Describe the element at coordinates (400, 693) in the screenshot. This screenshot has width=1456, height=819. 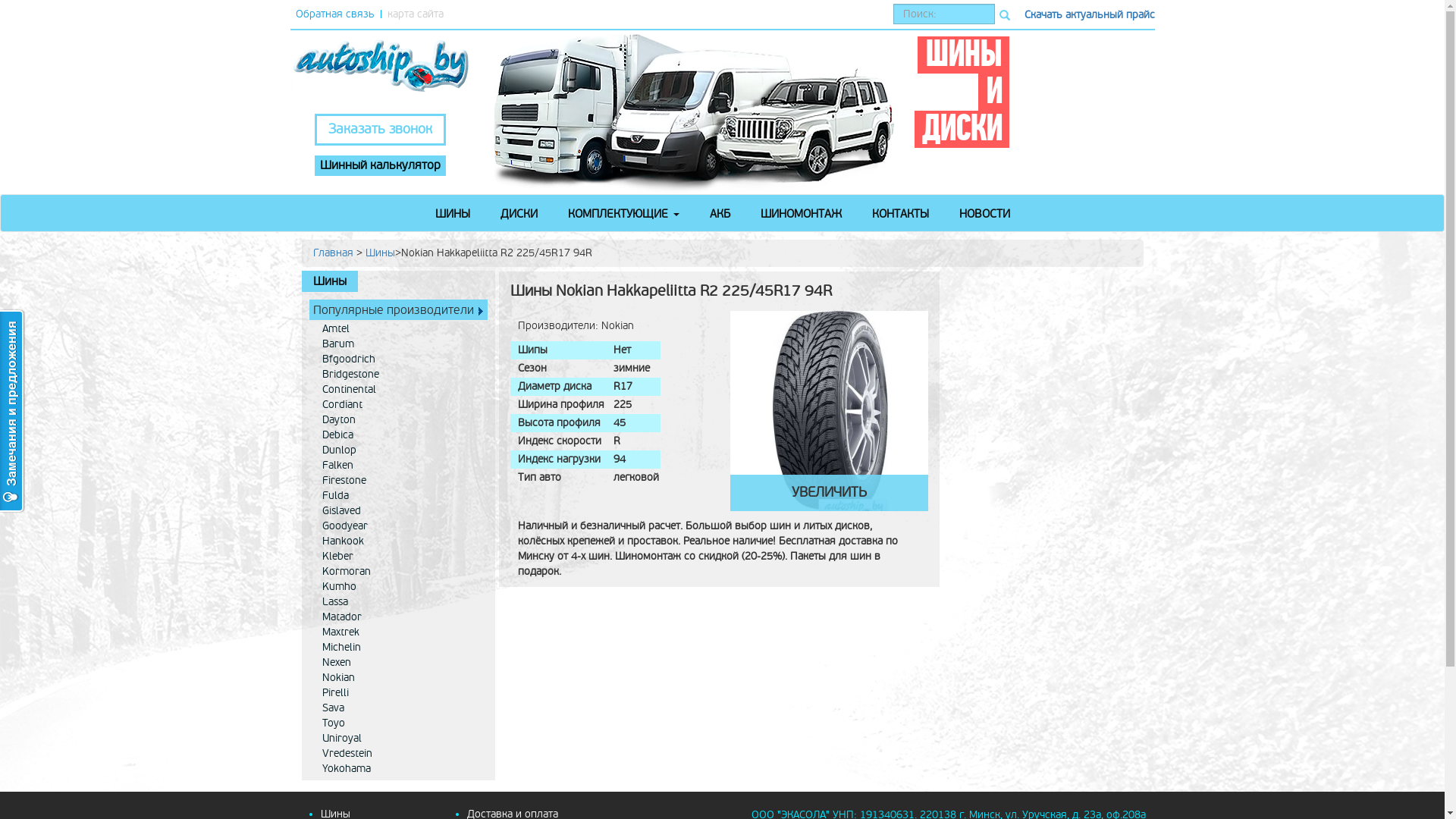
I see `'Pirelli'` at that location.